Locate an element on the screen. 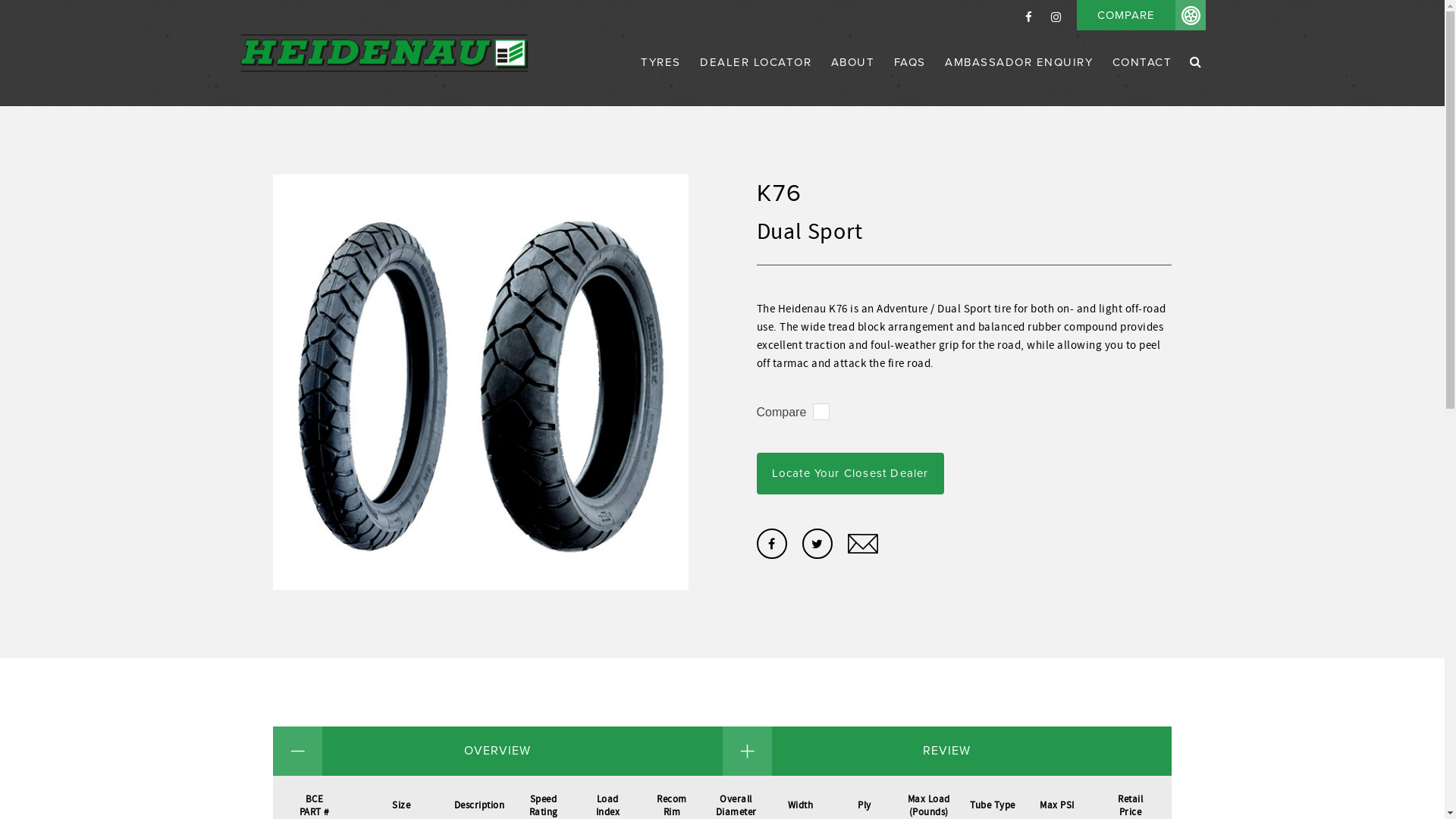  'CONTACT' is located at coordinates (1138, 79).